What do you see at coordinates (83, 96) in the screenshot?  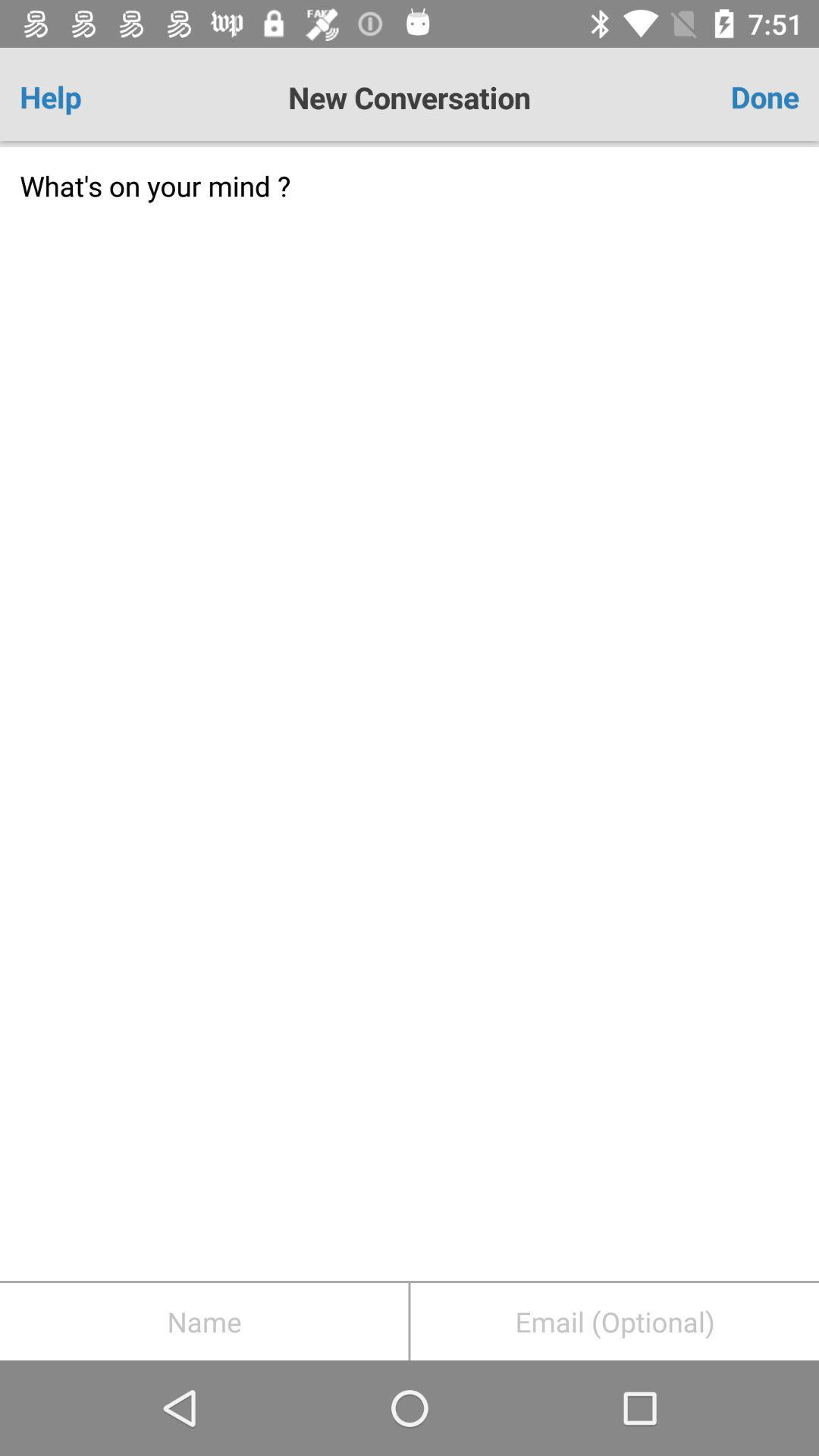 I see `icon at the top left corner` at bounding box center [83, 96].